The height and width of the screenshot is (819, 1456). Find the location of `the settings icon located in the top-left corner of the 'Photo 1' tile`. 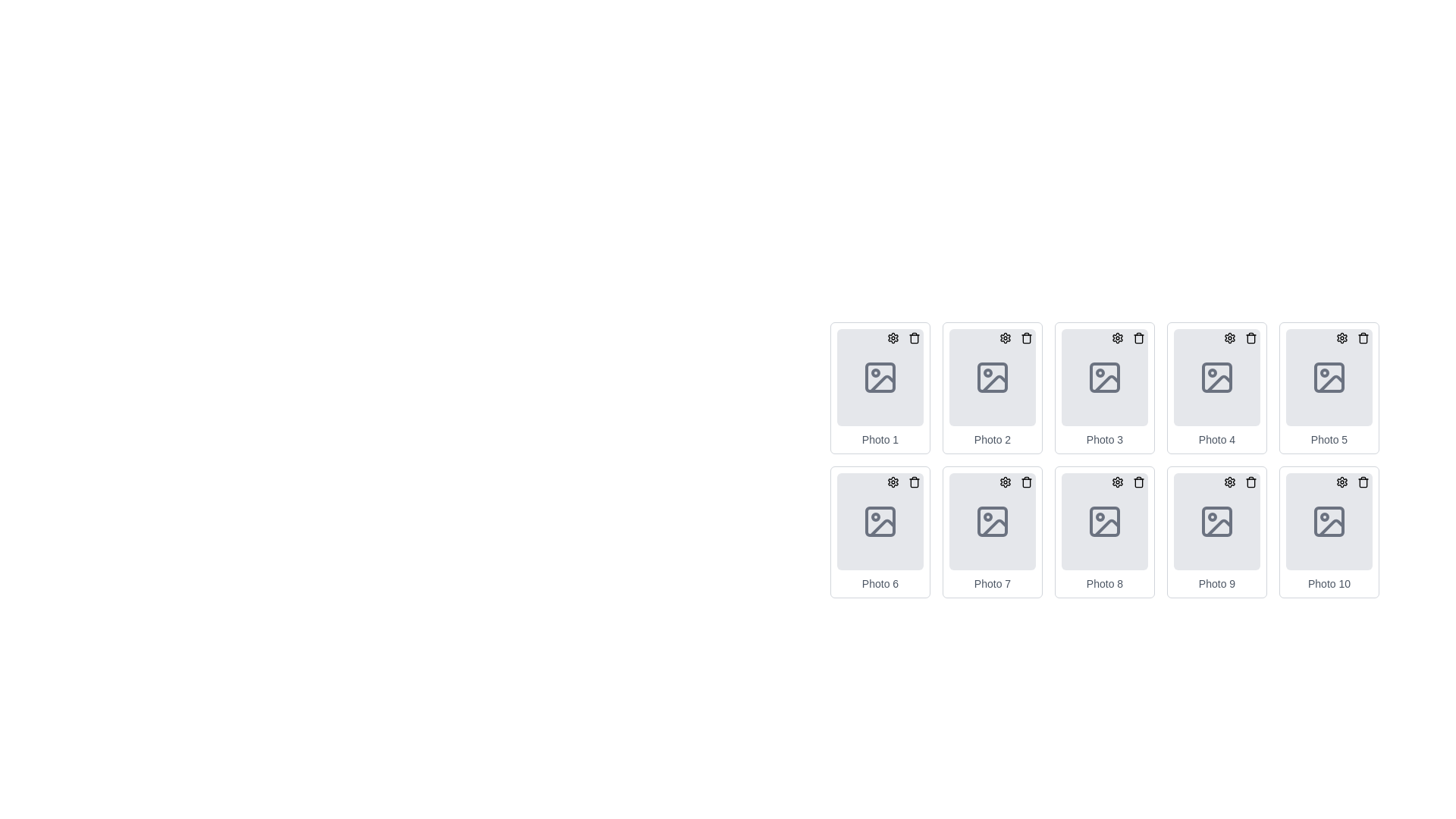

the settings icon located in the top-left corner of the 'Photo 1' tile is located at coordinates (893, 337).